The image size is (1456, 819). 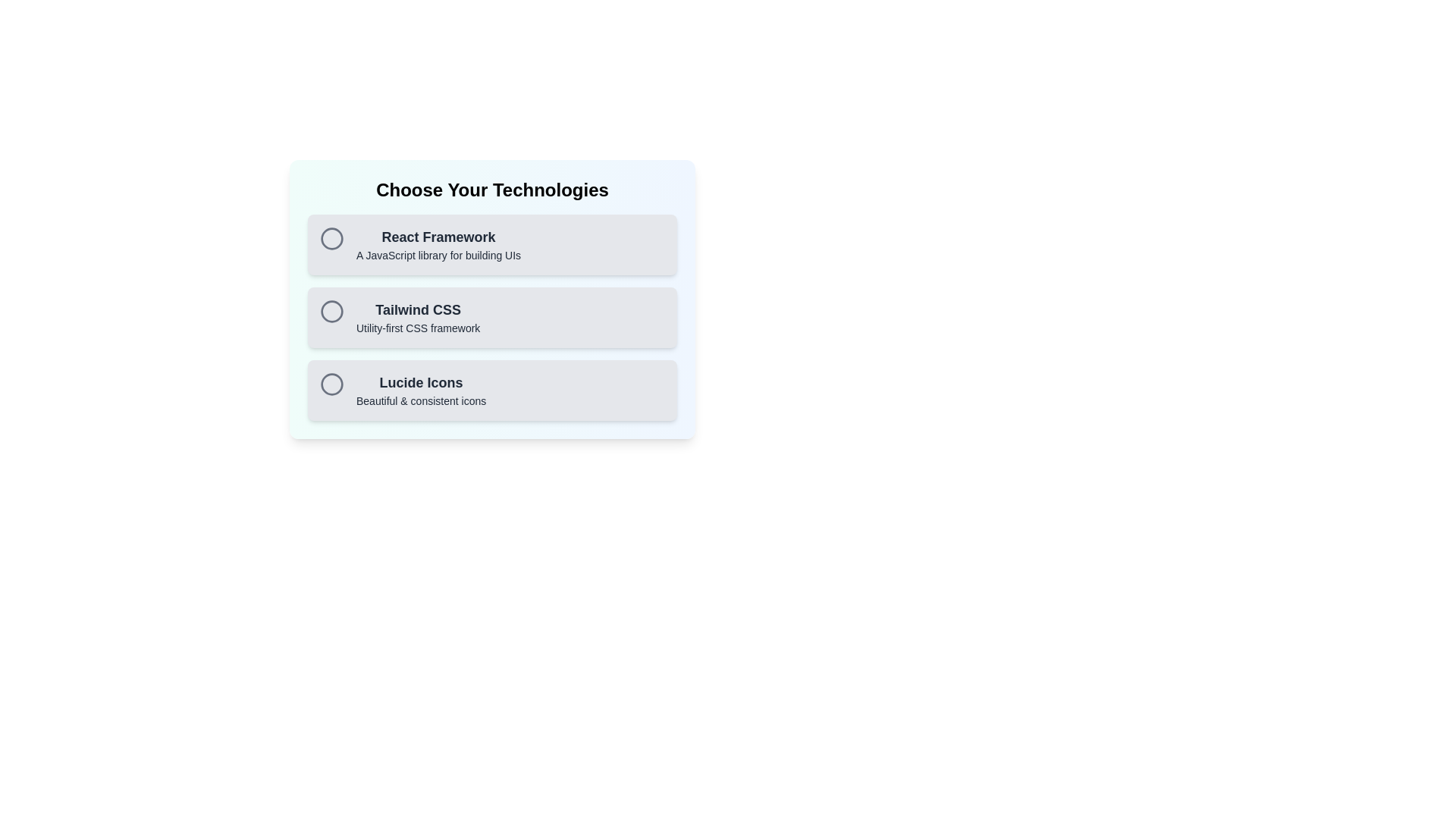 I want to click on the chip labeled Tailwind CSS to observe visual feedback, so click(x=492, y=317).